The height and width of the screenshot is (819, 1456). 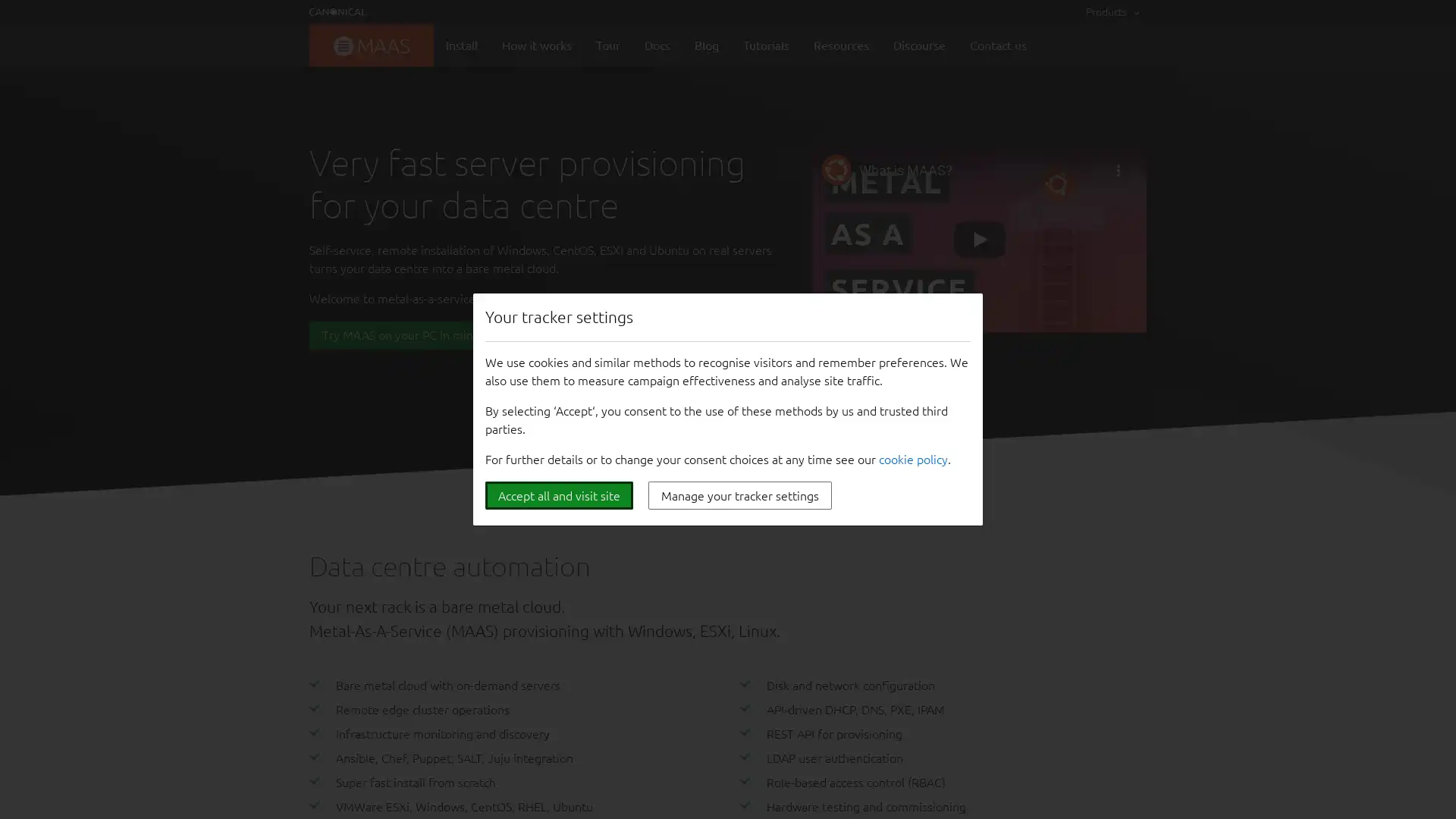 What do you see at coordinates (739, 495) in the screenshot?
I see `Manage your tracker settings` at bounding box center [739, 495].